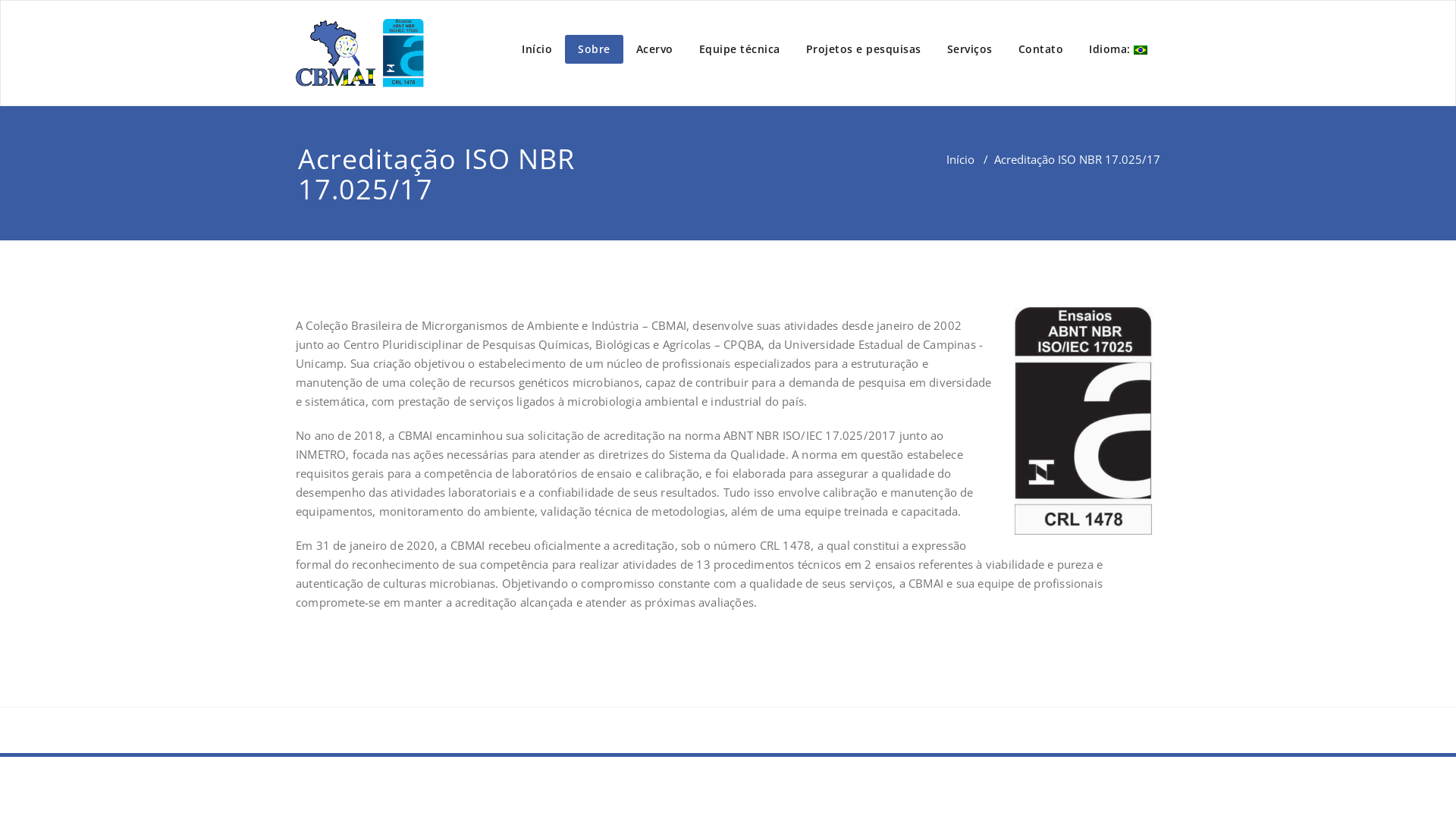  What do you see at coordinates (863, 49) in the screenshot?
I see `'Projetos e pesquisas'` at bounding box center [863, 49].